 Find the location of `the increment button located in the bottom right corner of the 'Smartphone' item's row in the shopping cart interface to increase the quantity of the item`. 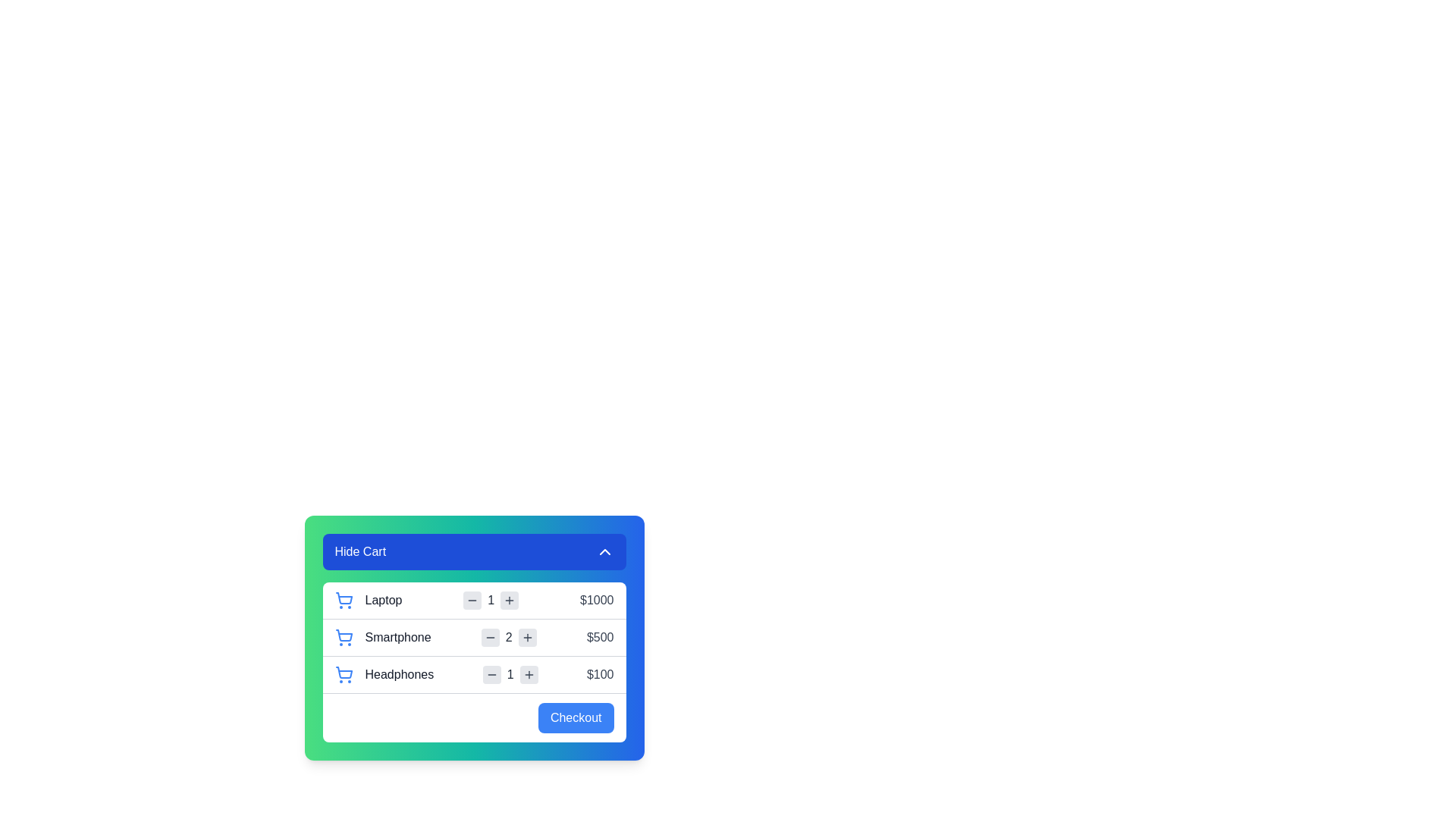

the increment button located in the bottom right corner of the 'Smartphone' item's row in the shopping cart interface to increase the quantity of the item is located at coordinates (527, 637).